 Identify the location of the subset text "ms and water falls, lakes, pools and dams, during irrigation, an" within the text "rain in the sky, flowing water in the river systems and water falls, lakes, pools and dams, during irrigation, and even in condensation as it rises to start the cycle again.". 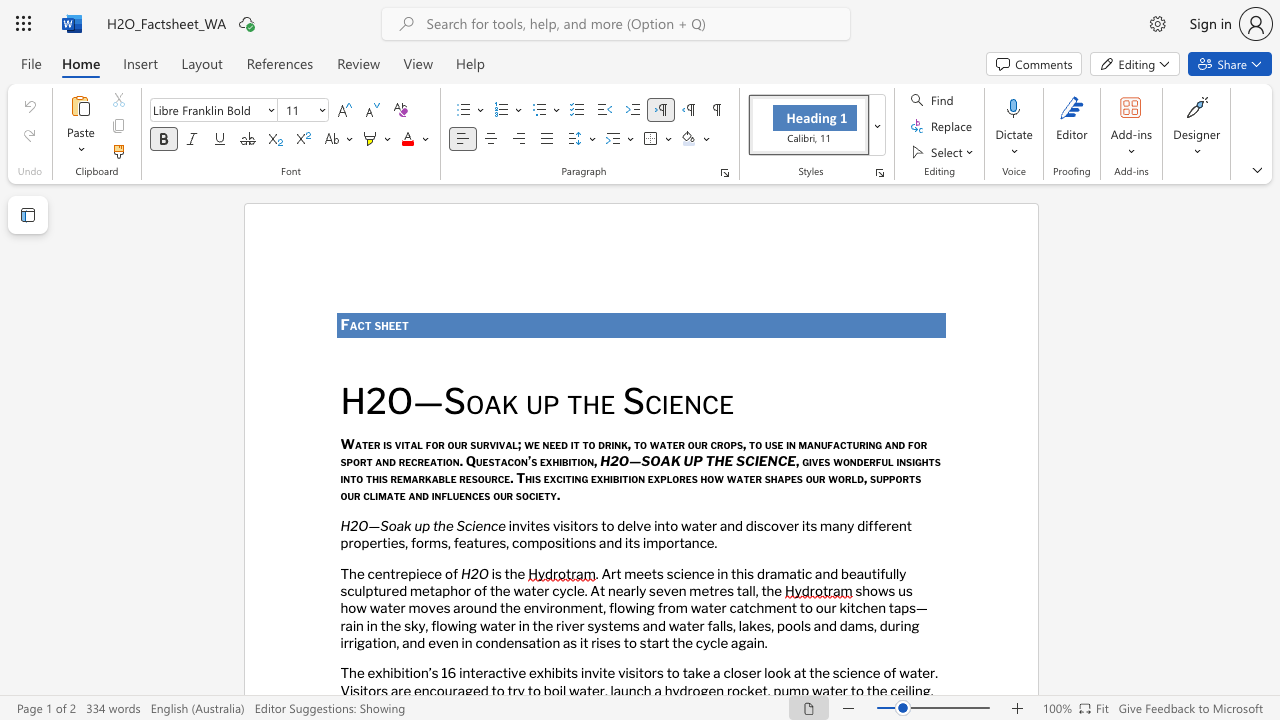
(620, 624).